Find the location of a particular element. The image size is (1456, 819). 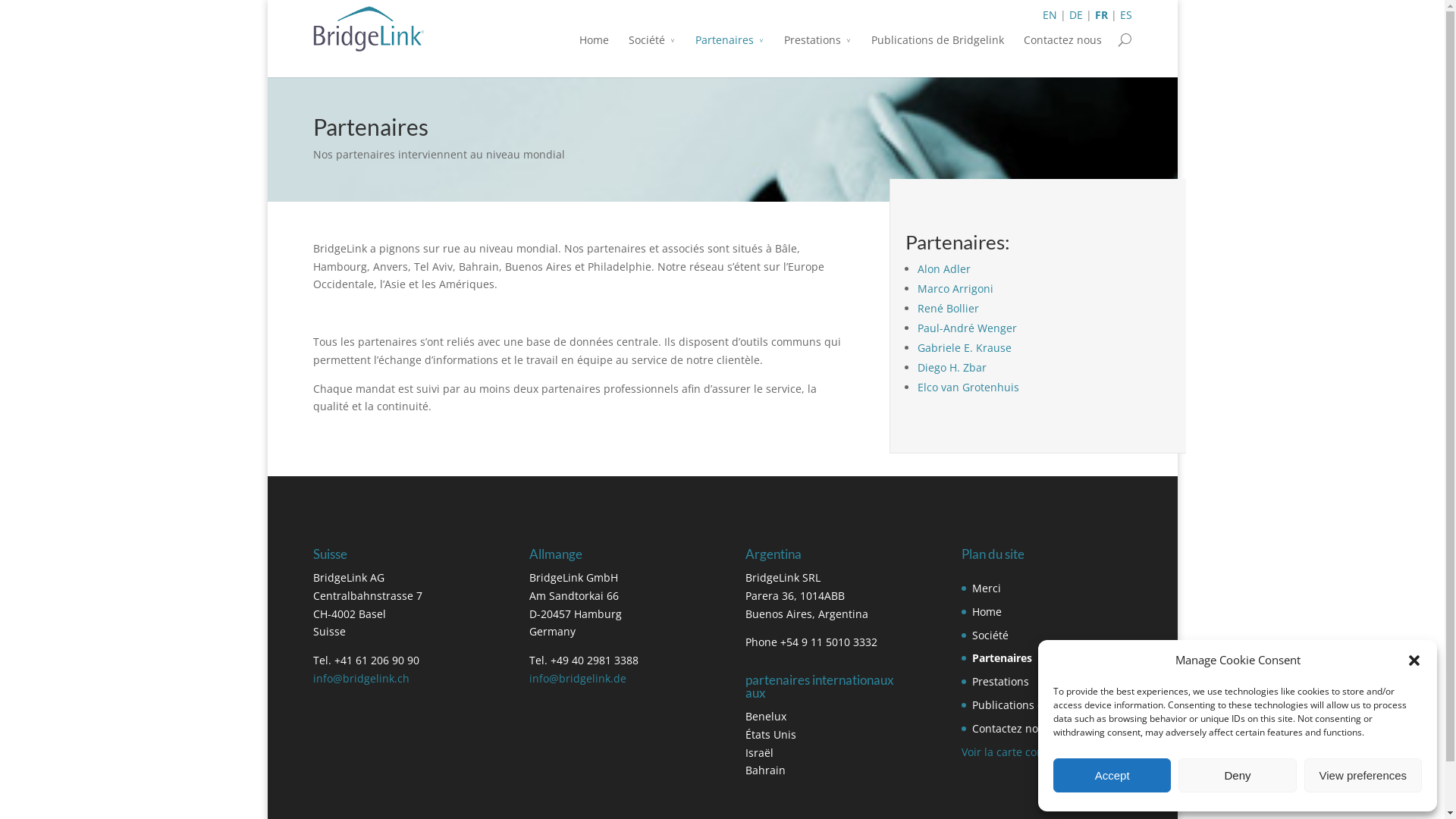

'Prestations' is located at coordinates (817, 49).